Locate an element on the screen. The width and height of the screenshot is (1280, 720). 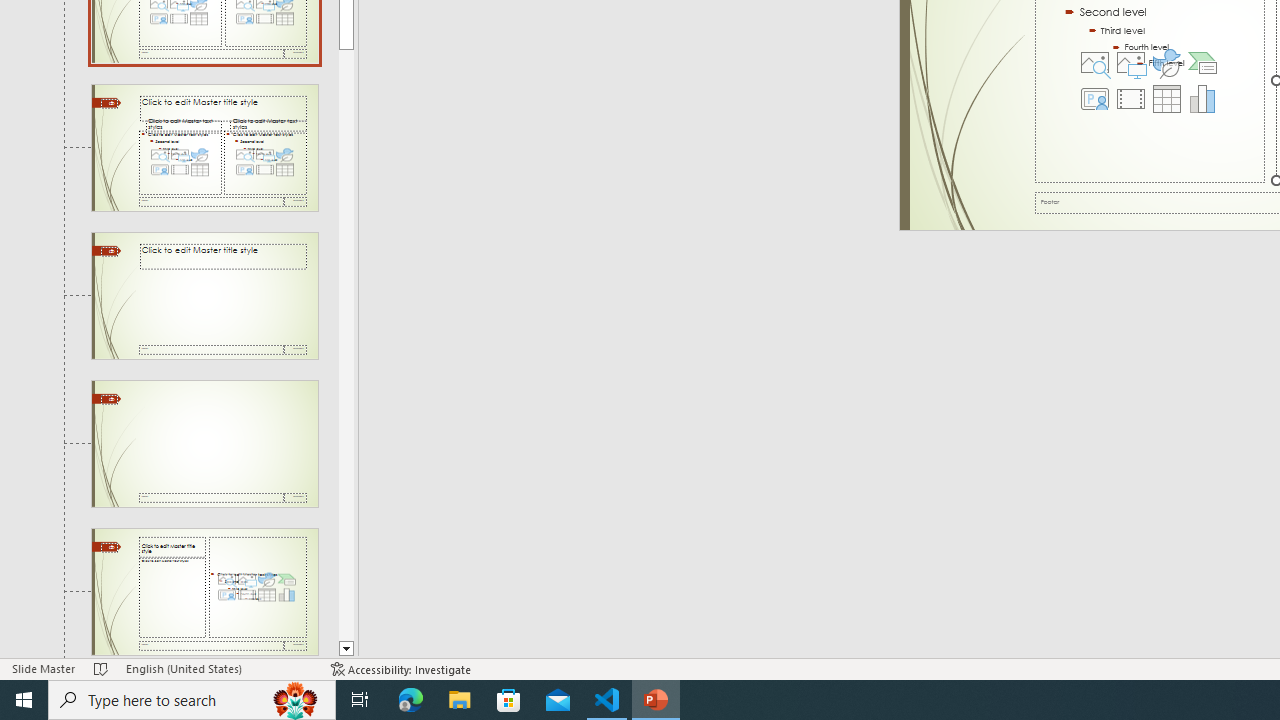
'Insert Chart' is located at coordinates (1201, 99).